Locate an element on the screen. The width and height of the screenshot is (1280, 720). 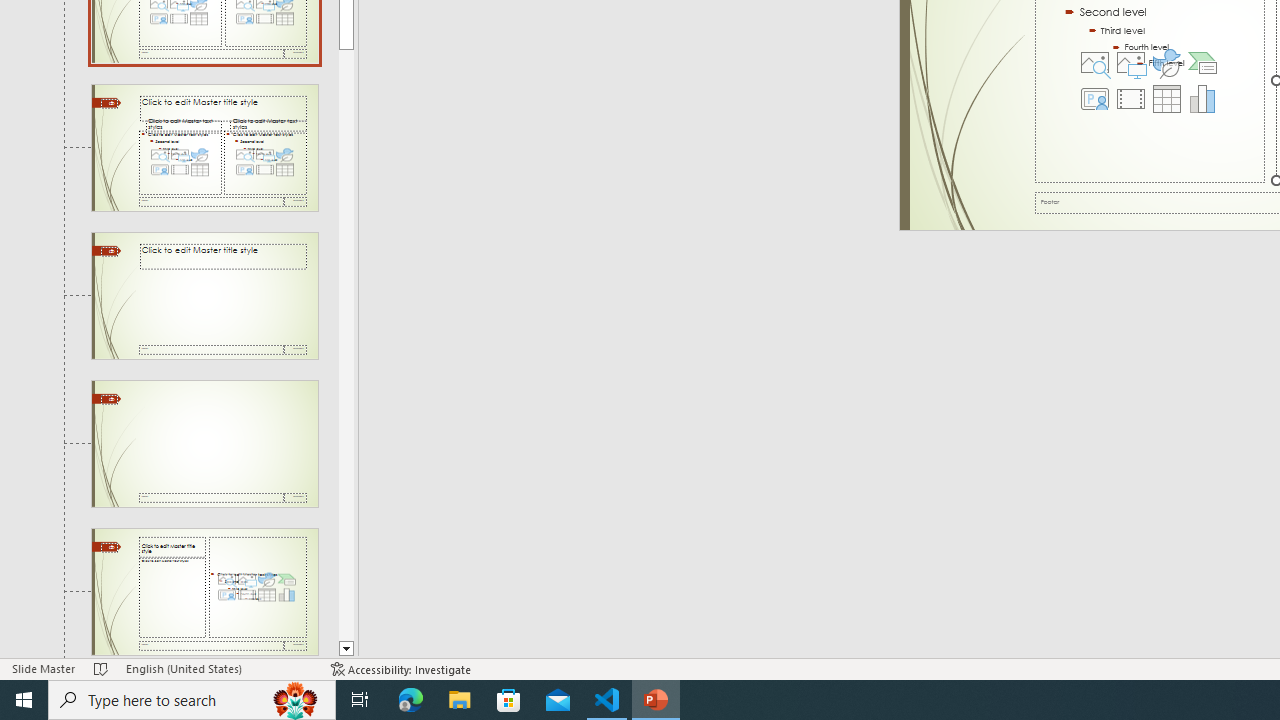
'Insert Chart' is located at coordinates (1201, 99).